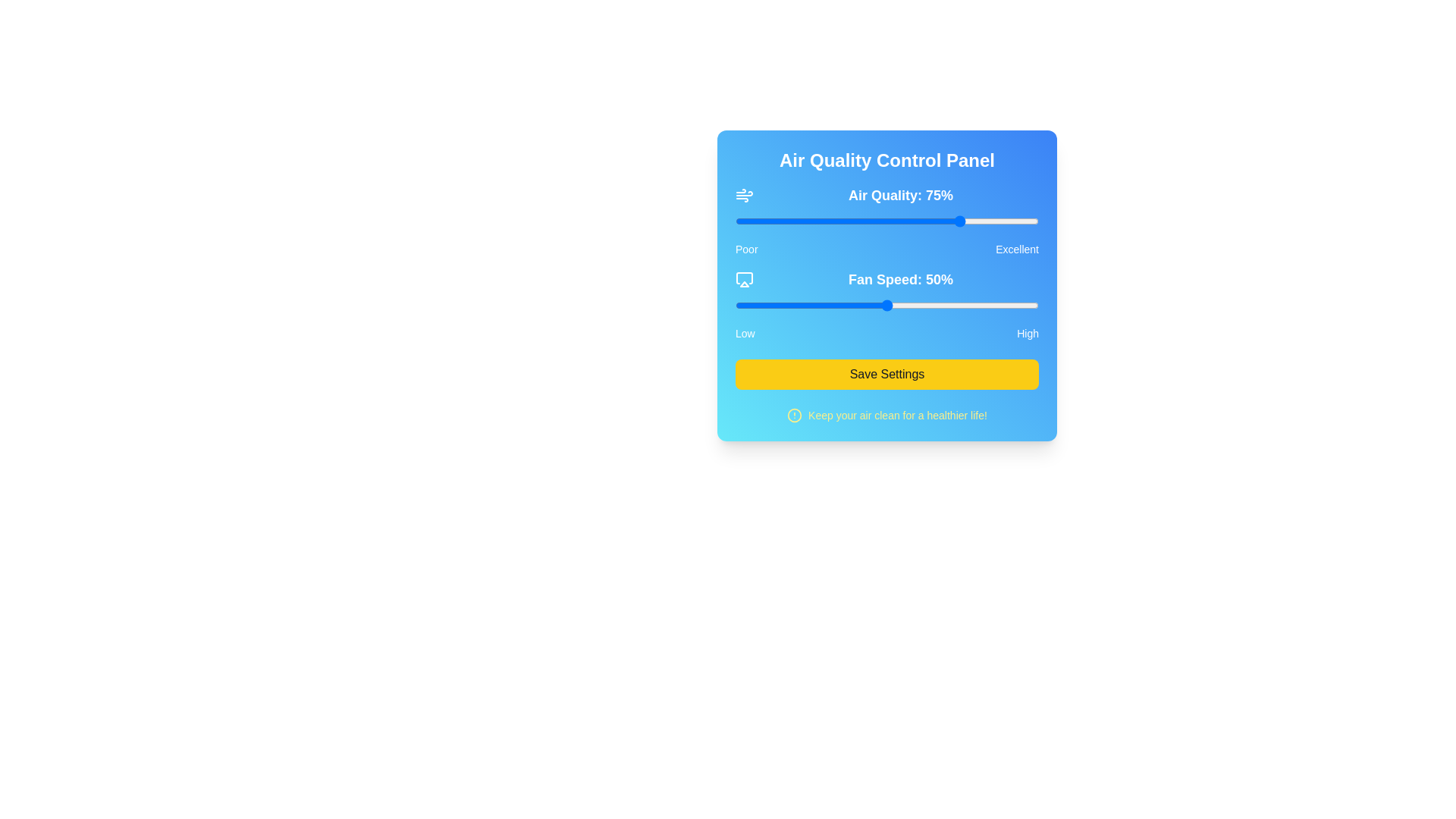 The width and height of the screenshot is (1456, 819). What do you see at coordinates (817, 221) in the screenshot?
I see `air quality` at bounding box center [817, 221].